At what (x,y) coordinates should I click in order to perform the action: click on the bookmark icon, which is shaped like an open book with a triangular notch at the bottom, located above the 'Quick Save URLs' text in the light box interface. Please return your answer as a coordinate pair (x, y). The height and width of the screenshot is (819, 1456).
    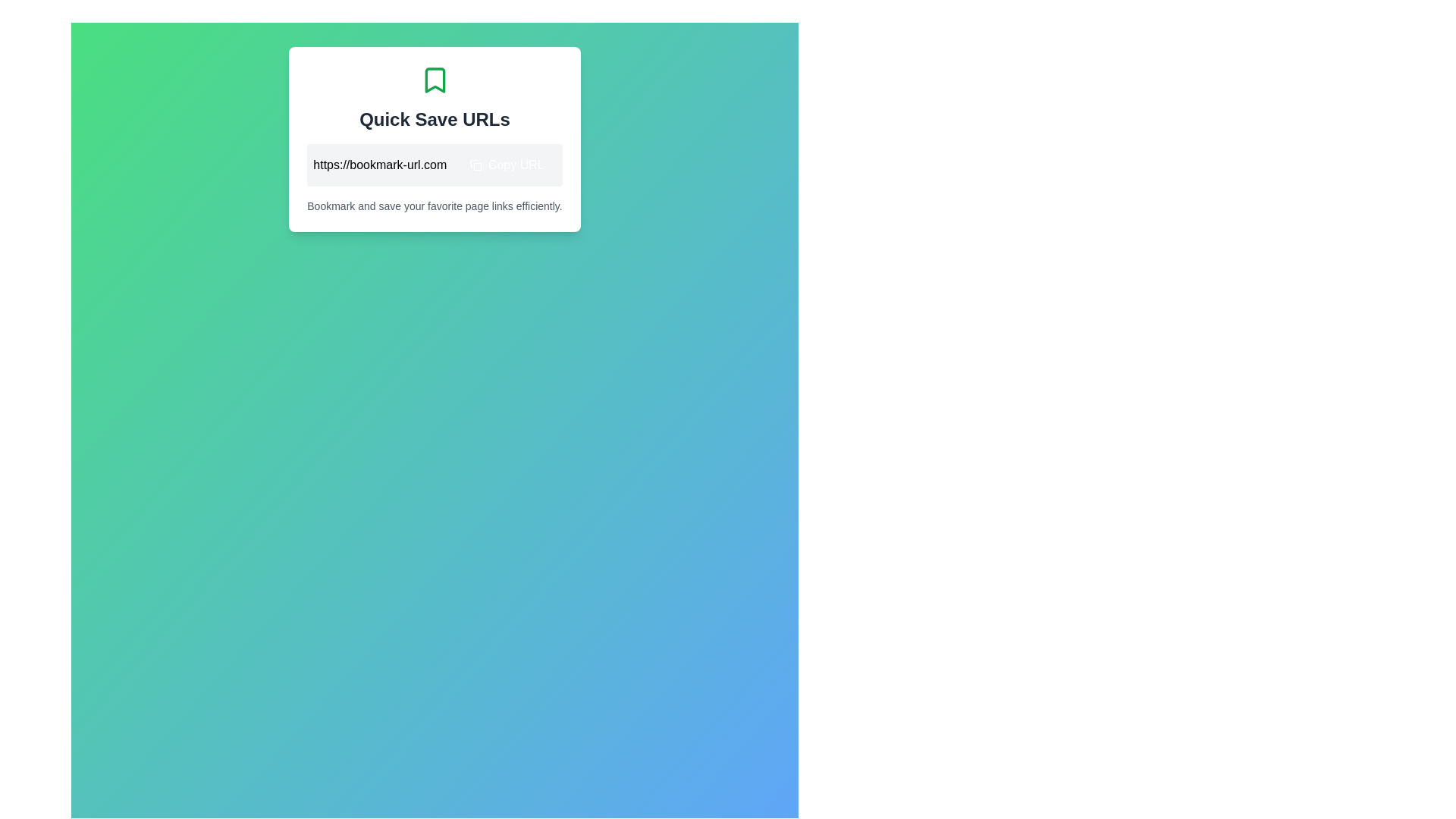
    Looking at the image, I should click on (434, 80).